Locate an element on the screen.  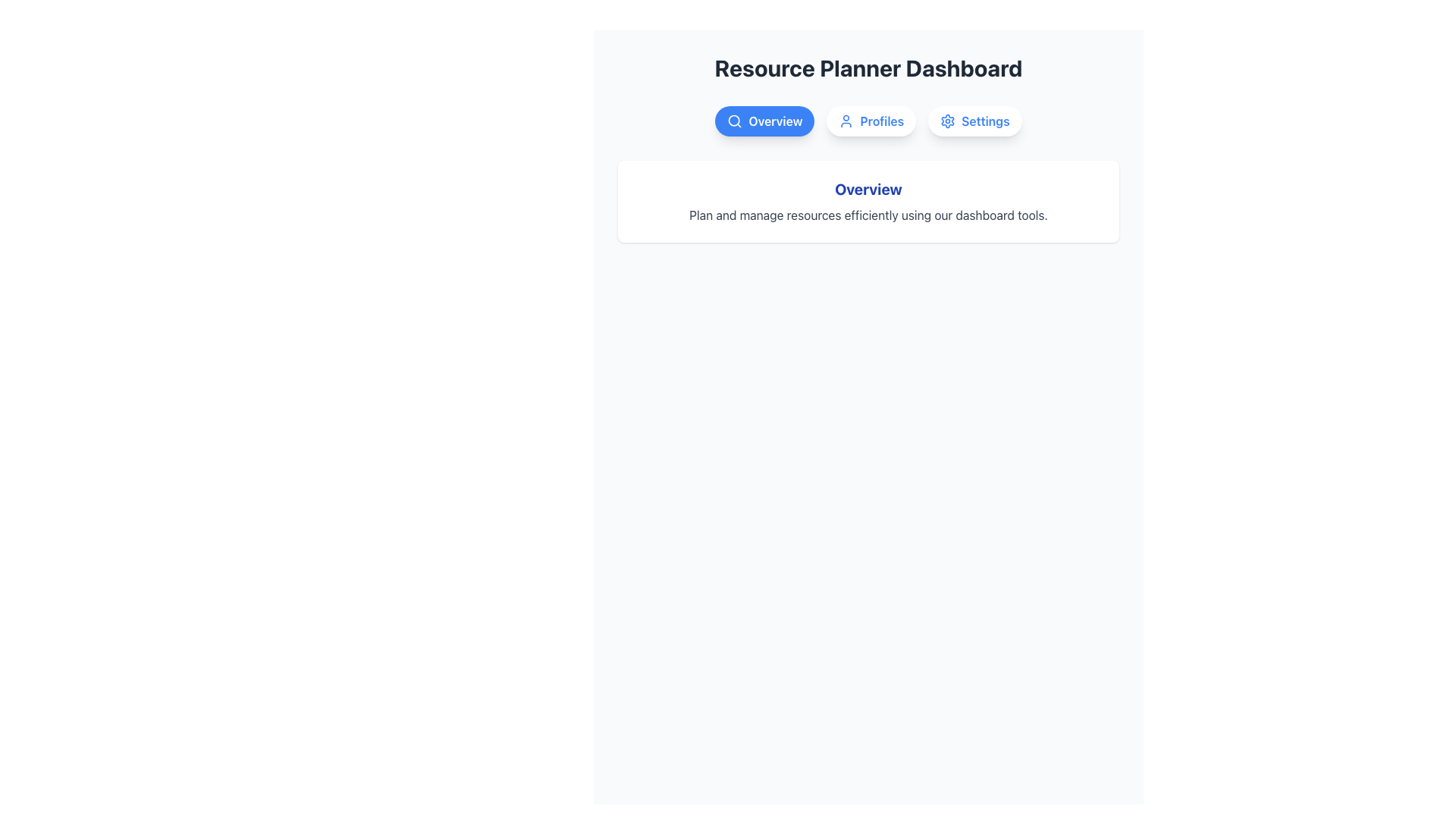
the third button in the horizontal row under the 'Resource Planner Dashboard' header is located at coordinates (974, 120).